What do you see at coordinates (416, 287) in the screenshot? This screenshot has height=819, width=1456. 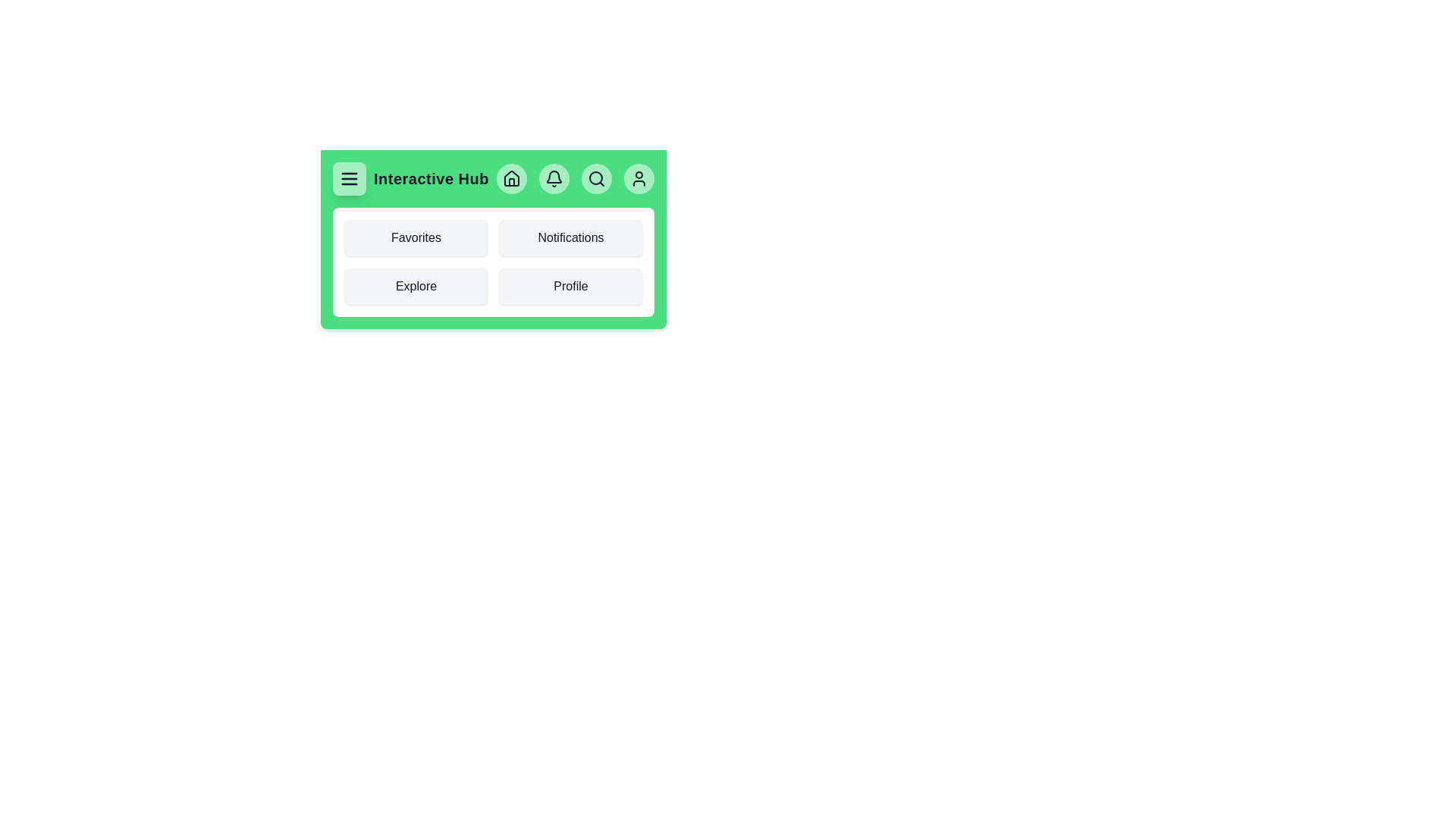 I see `the interactive element Explore Link` at bounding box center [416, 287].